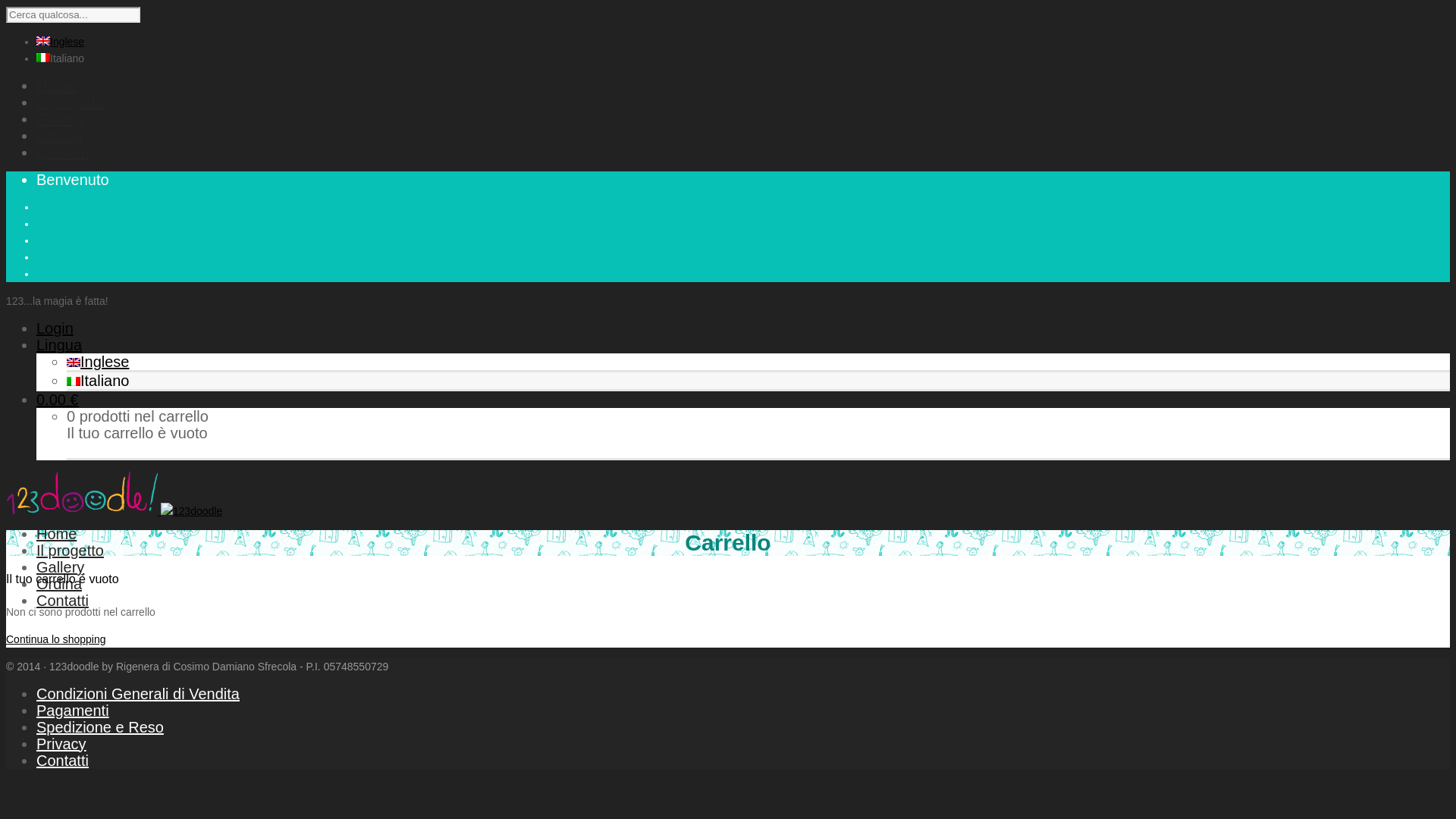  I want to click on 'Inglese', so click(97, 362).